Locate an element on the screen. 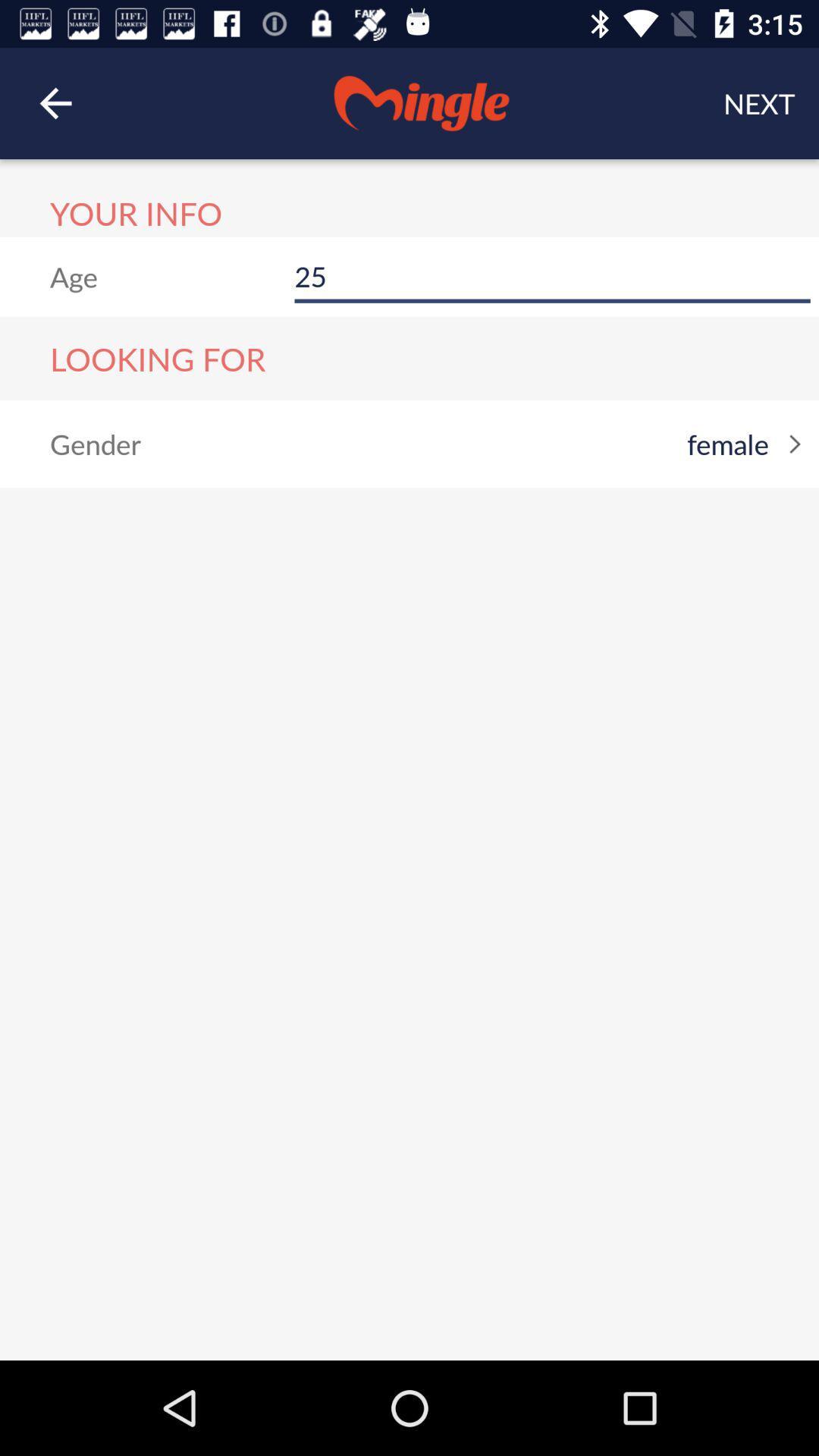  25 is located at coordinates (552, 277).